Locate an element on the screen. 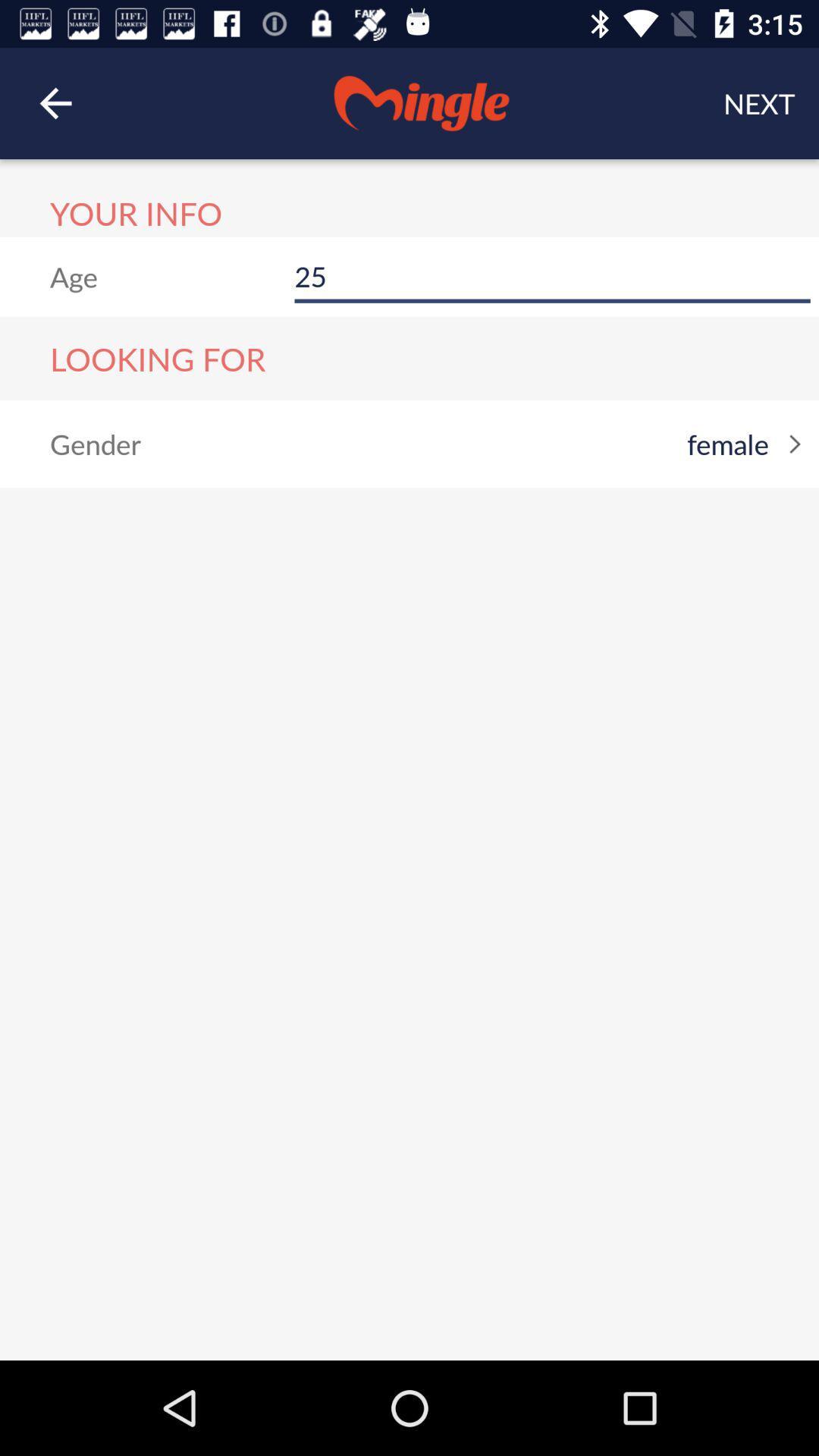  25 is located at coordinates (552, 277).